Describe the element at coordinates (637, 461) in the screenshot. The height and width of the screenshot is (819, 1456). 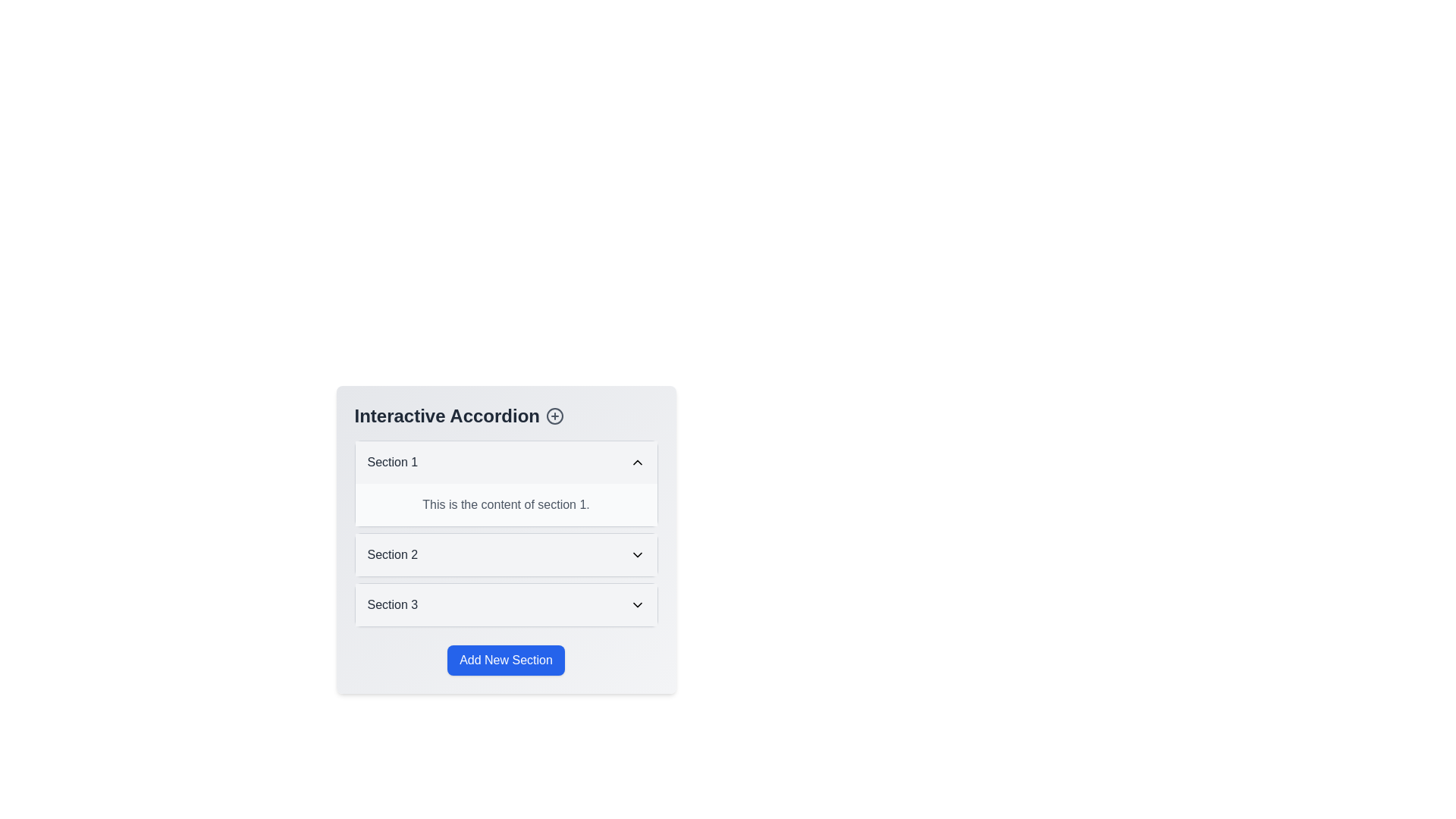
I see `the chevron icon located in 'Section 1'` at that location.